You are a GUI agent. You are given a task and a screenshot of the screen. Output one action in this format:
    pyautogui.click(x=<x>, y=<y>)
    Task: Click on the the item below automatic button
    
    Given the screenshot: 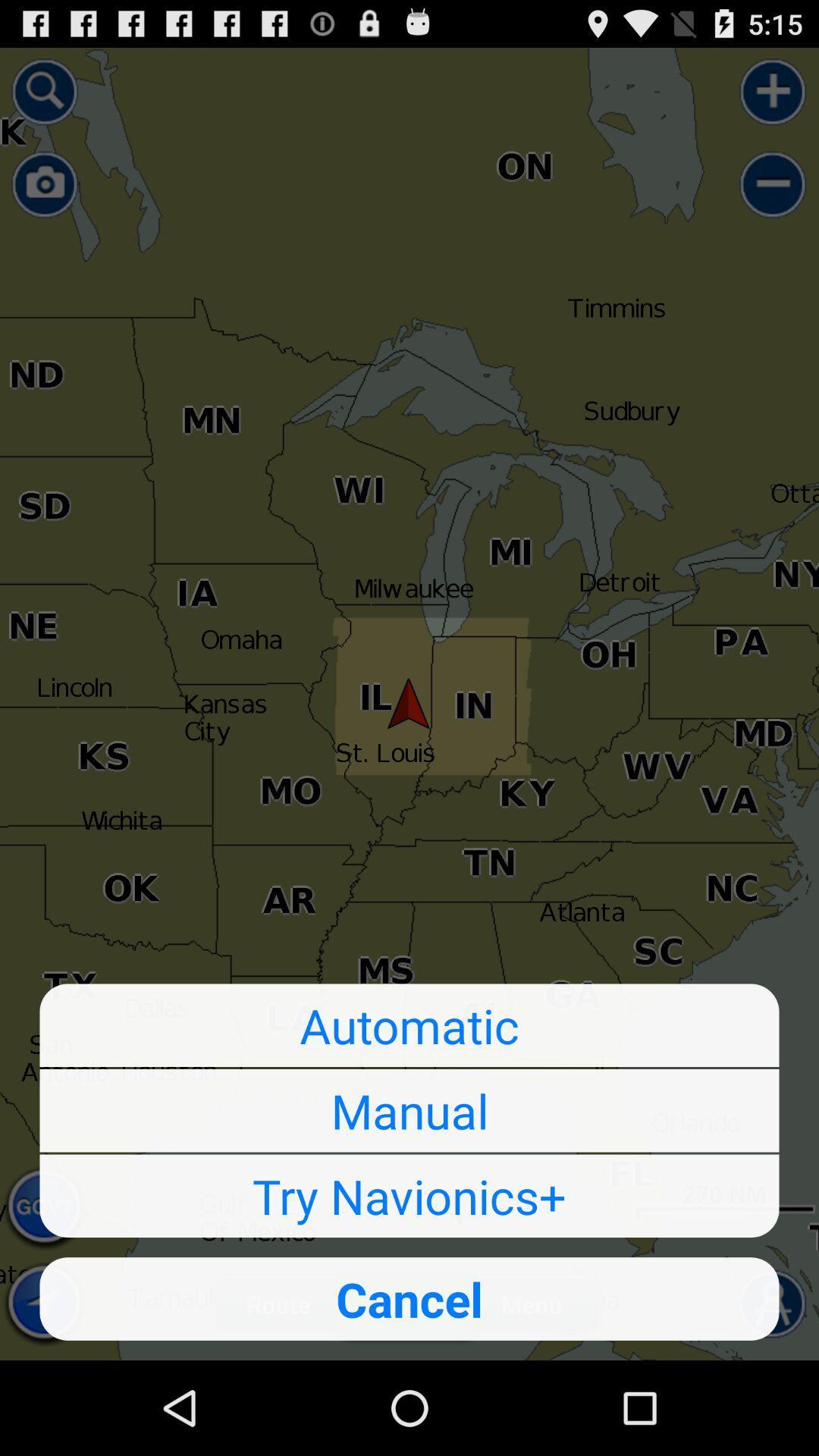 What is the action you would take?
    pyautogui.click(x=409, y=1110)
    